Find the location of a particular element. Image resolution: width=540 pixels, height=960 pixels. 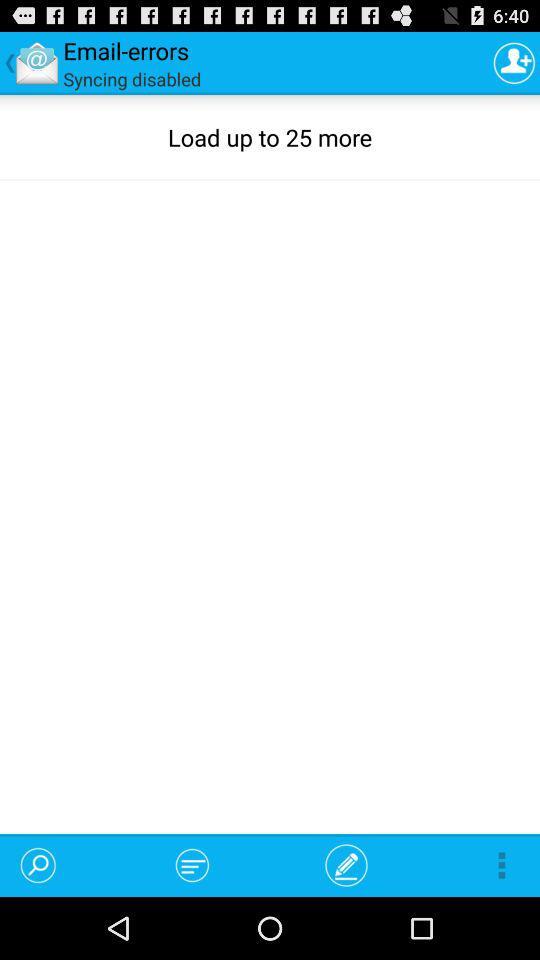

the app next to the syncing disabled is located at coordinates (514, 62).